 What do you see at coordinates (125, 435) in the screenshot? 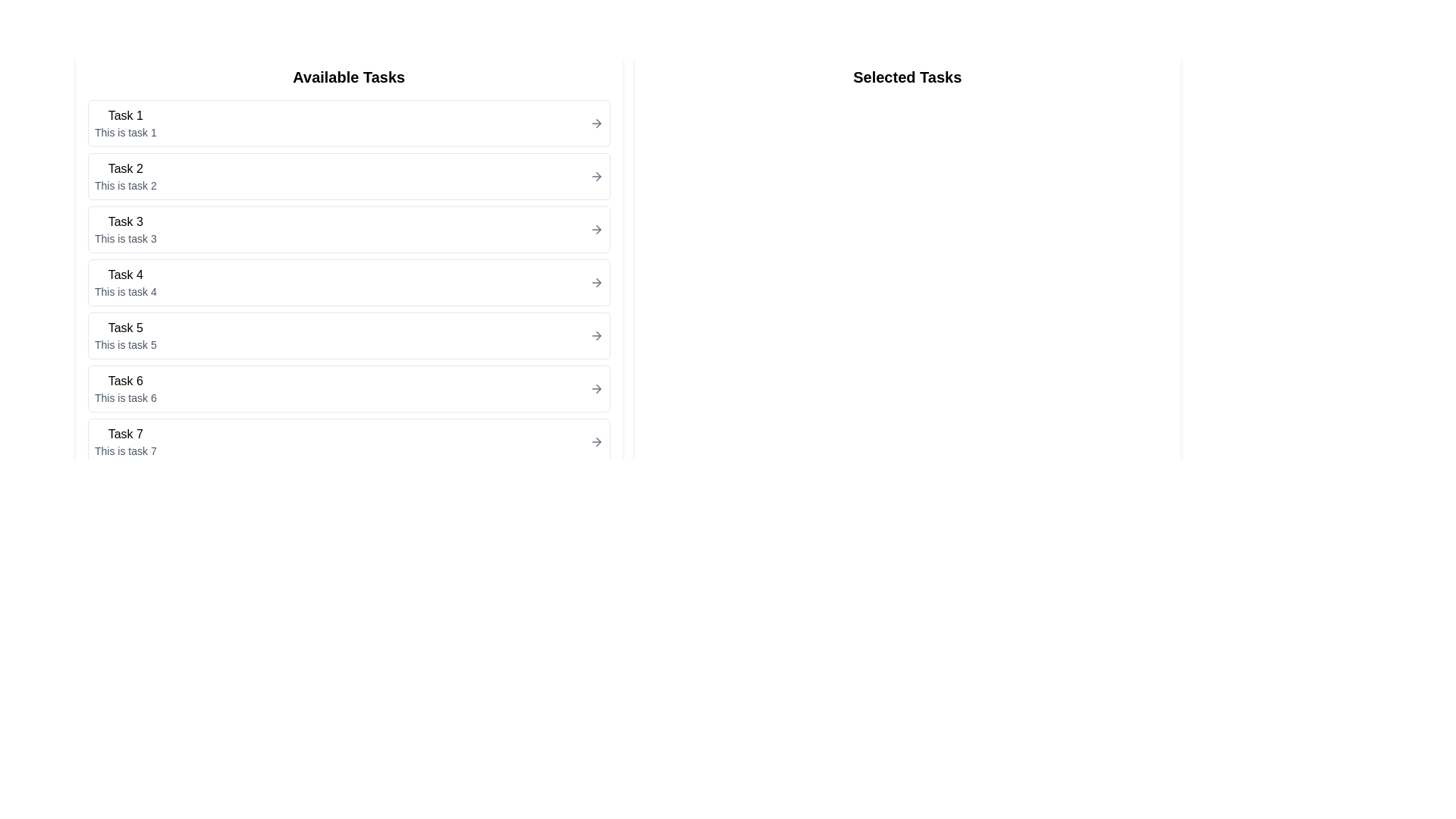
I see `the title text of the seventh task in the list, which is located on the left side of the interface above the description 'This is task 7'` at bounding box center [125, 435].